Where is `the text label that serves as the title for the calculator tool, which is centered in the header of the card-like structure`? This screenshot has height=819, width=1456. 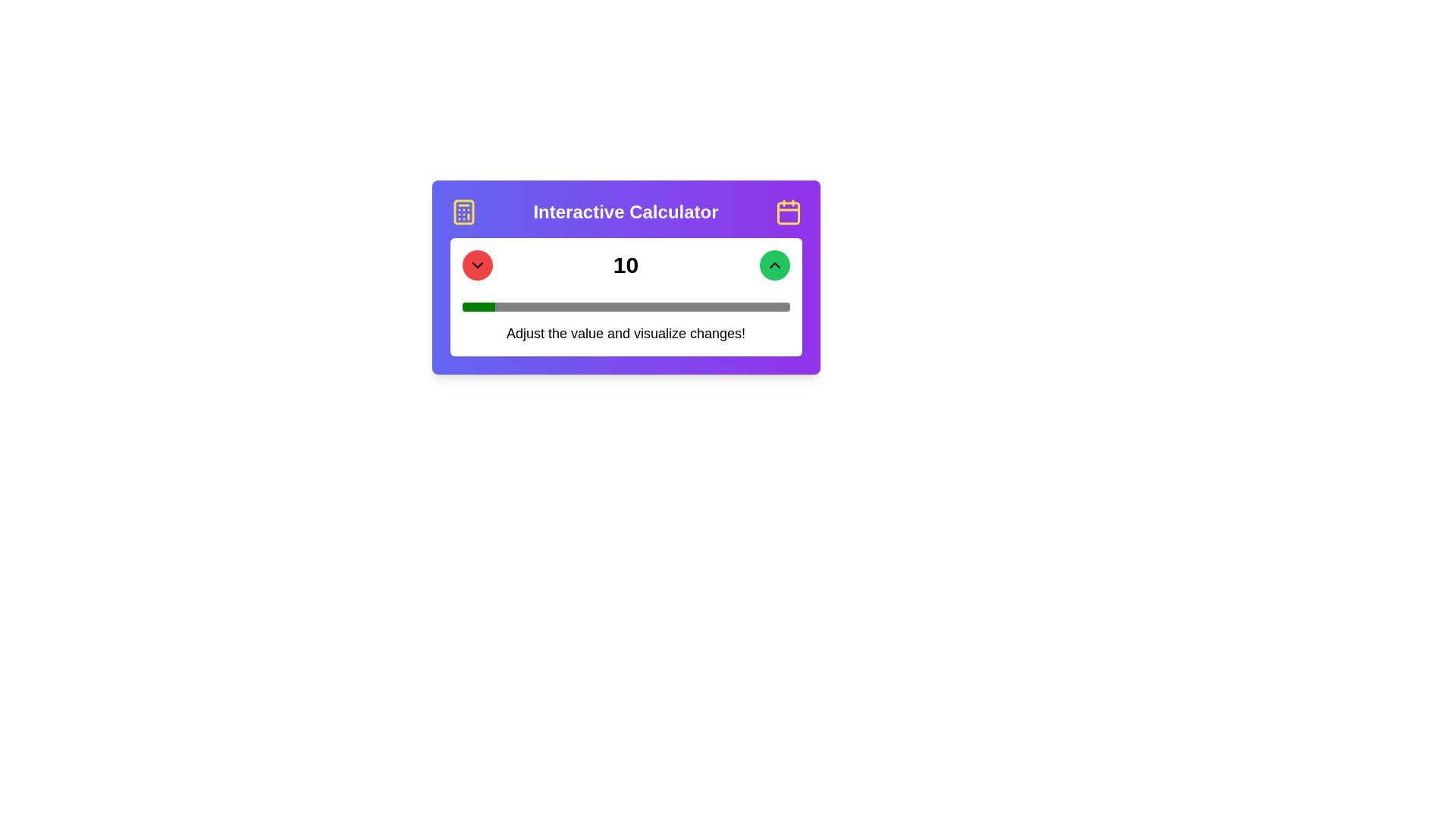 the text label that serves as the title for the calculator tool, which is centered in the header of the card-like structure is located at coordinates (626, 212).